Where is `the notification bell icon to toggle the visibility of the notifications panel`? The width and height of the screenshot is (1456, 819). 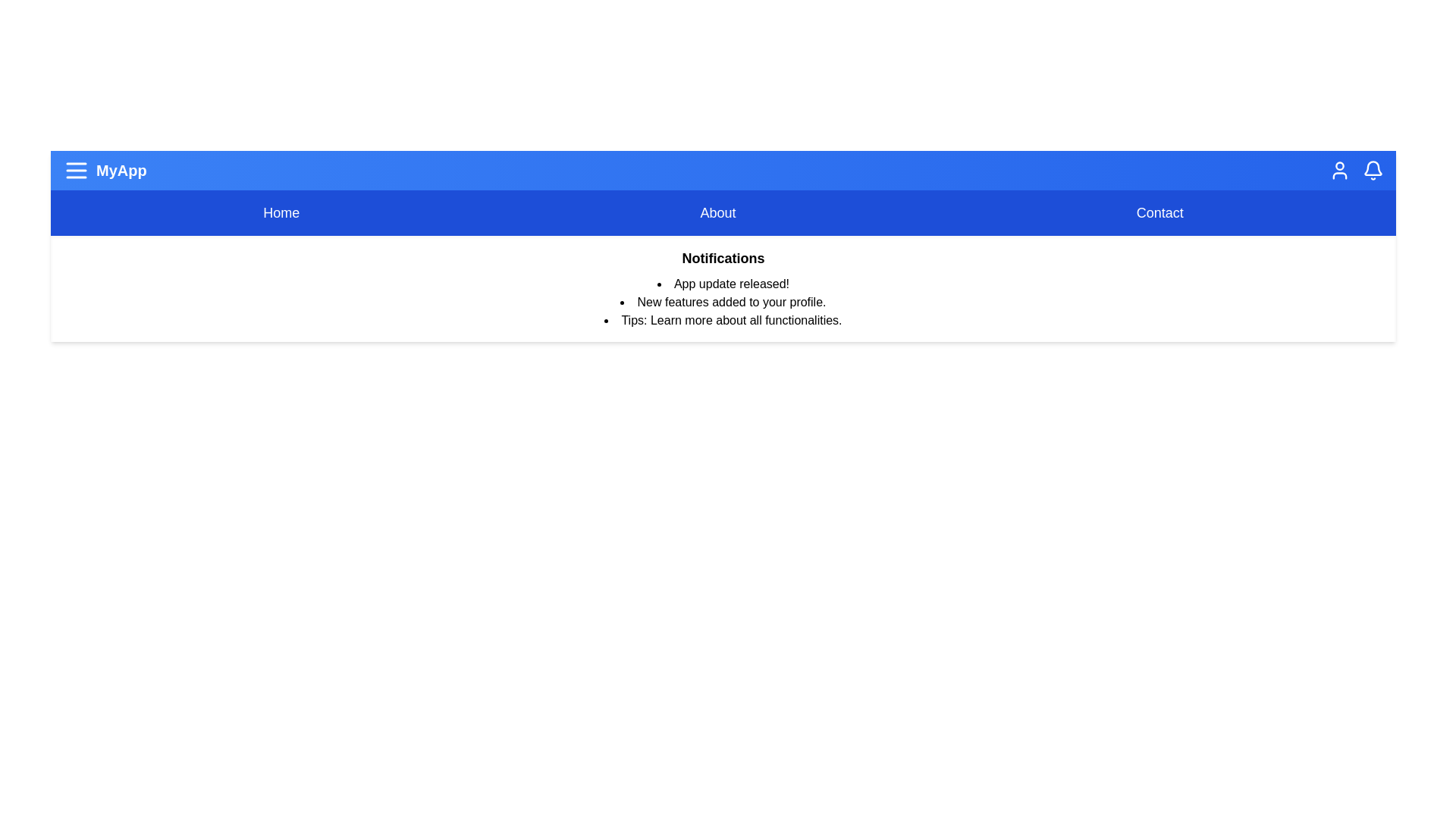 the notification bell icon to toggle the visibility of the notifications panel is located at coordinates (1373, 170).